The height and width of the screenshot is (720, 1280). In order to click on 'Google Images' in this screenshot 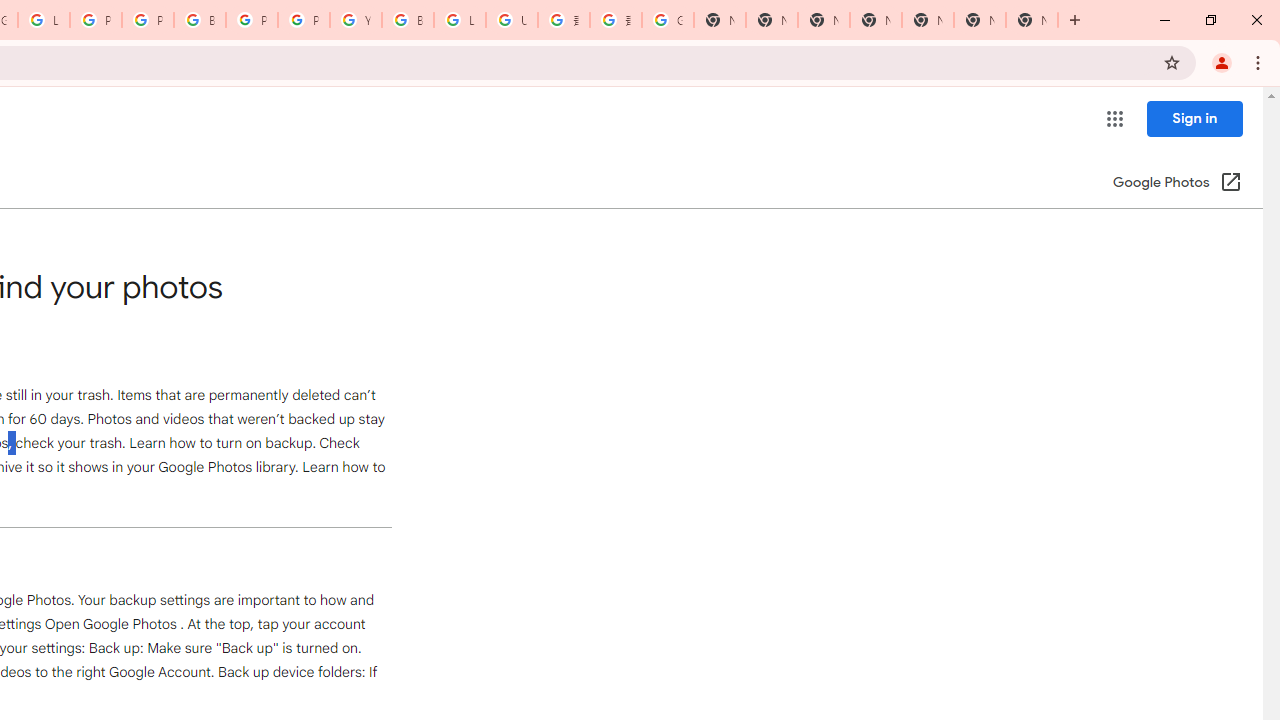, I will do `click(668, 20)`.